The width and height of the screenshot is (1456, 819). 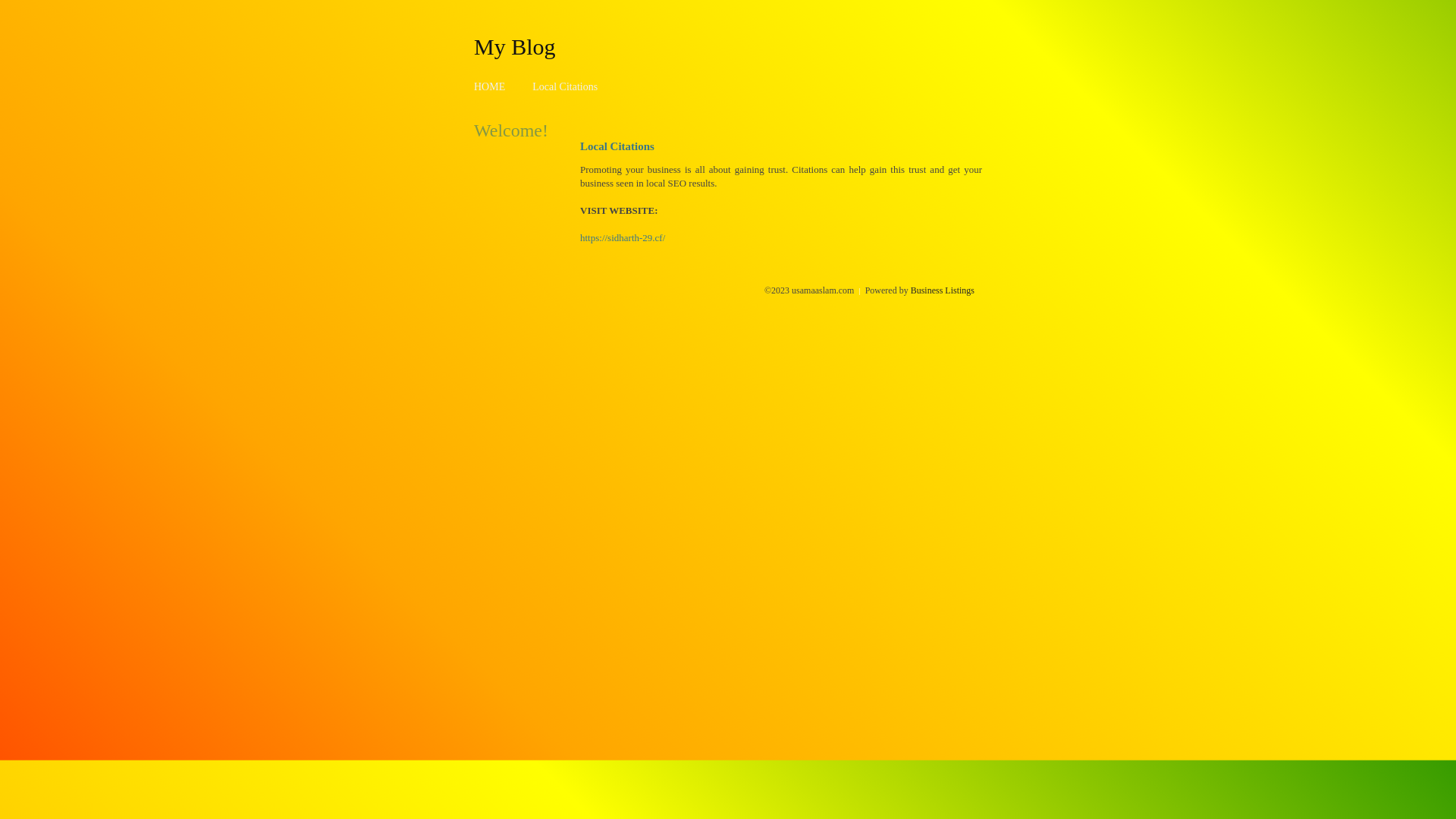 What do you see at coordinates (942, 290) in the screenshot?
I see `'Business Listings'` at bounding box center [942, 290].